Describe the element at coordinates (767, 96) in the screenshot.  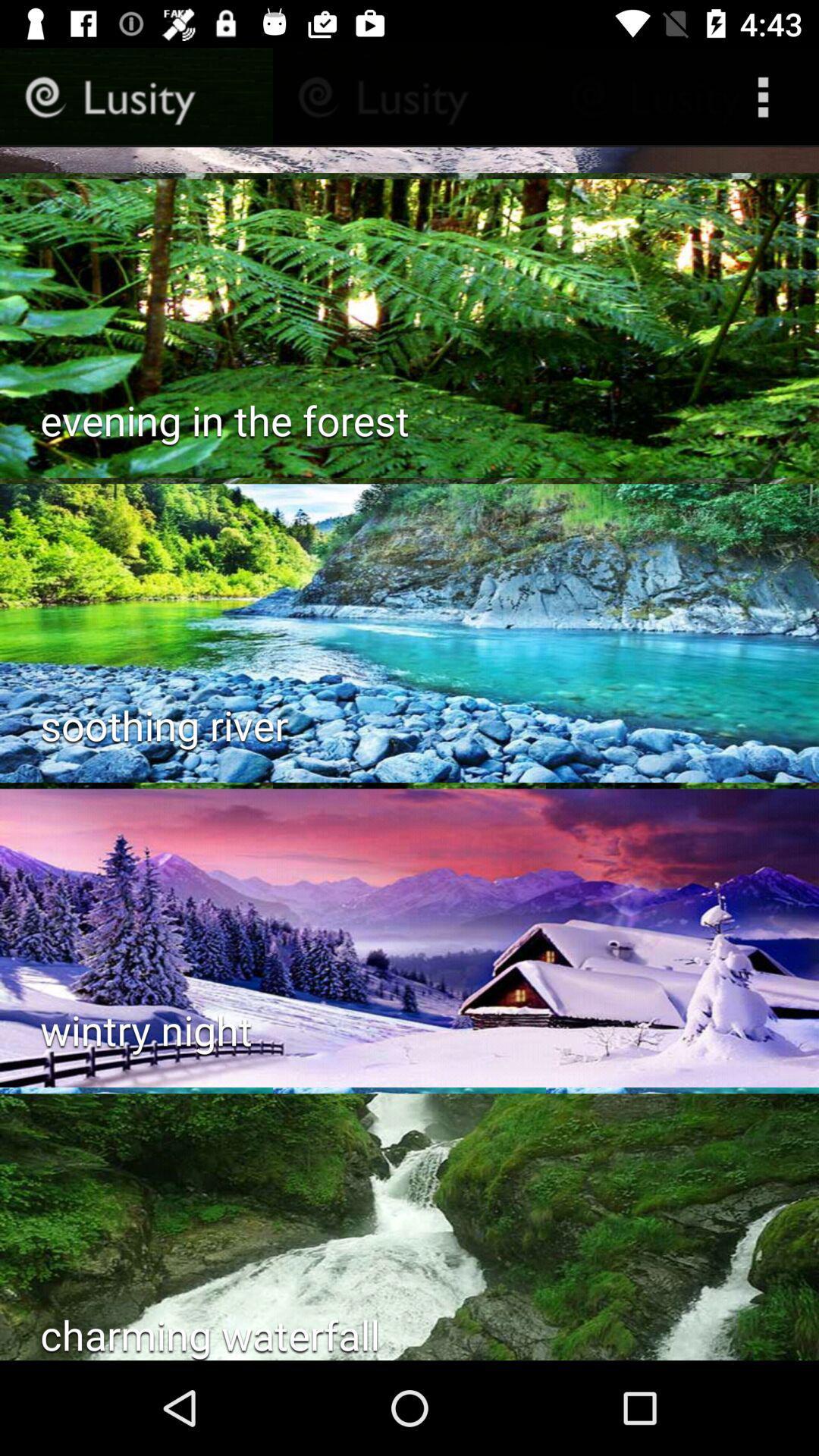
I see `the icon at the top right corner` at that location.